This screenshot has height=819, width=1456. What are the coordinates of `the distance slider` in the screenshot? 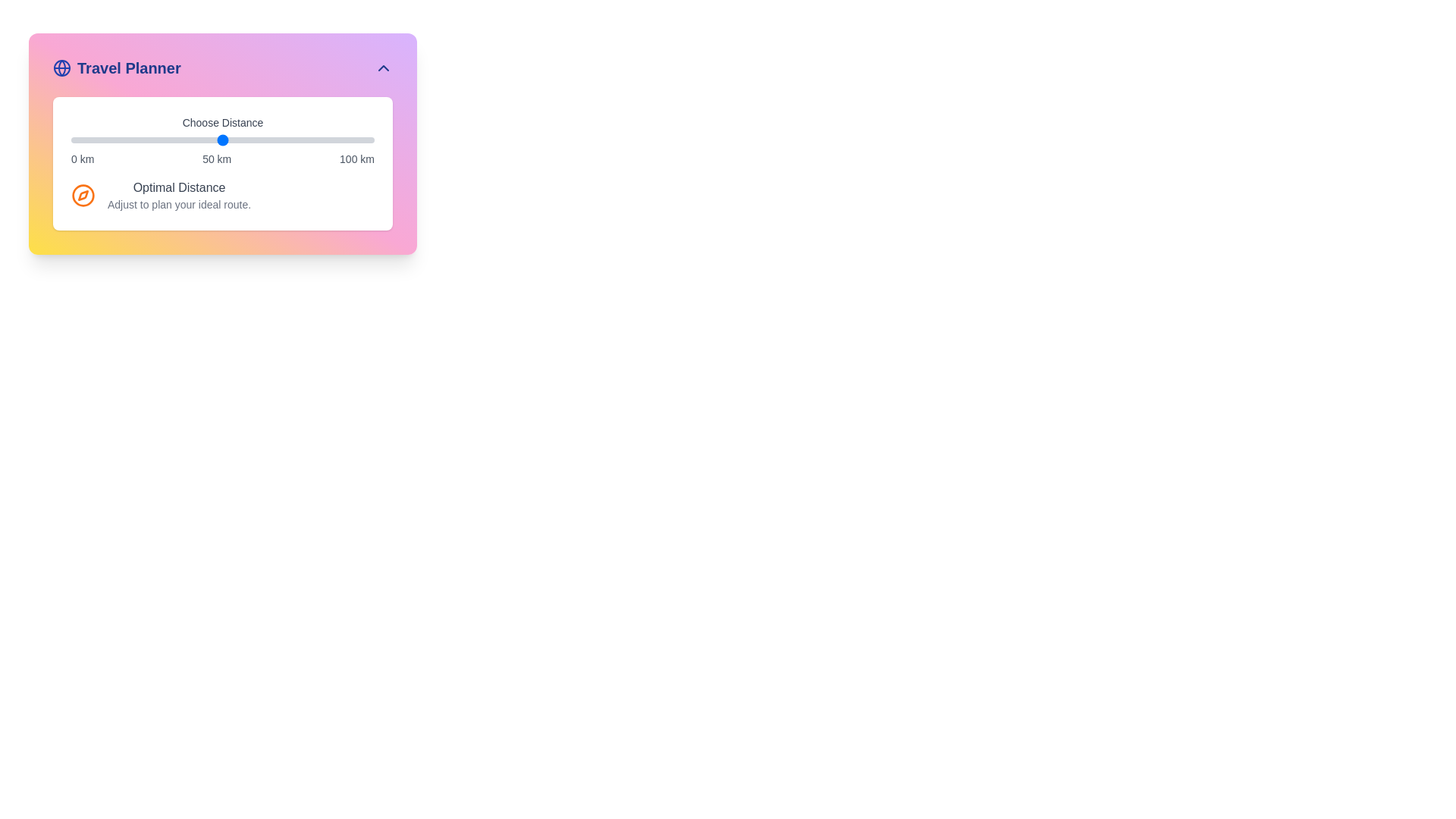 It's located at (218, 140).